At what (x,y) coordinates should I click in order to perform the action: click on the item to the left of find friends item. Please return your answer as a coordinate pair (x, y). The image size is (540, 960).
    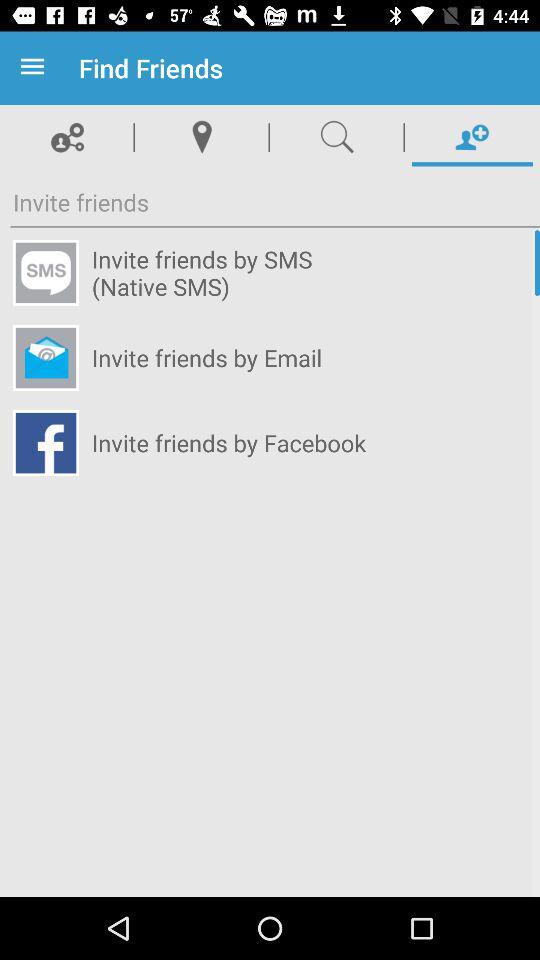
    Looking at the image, I should click on (36, 68).